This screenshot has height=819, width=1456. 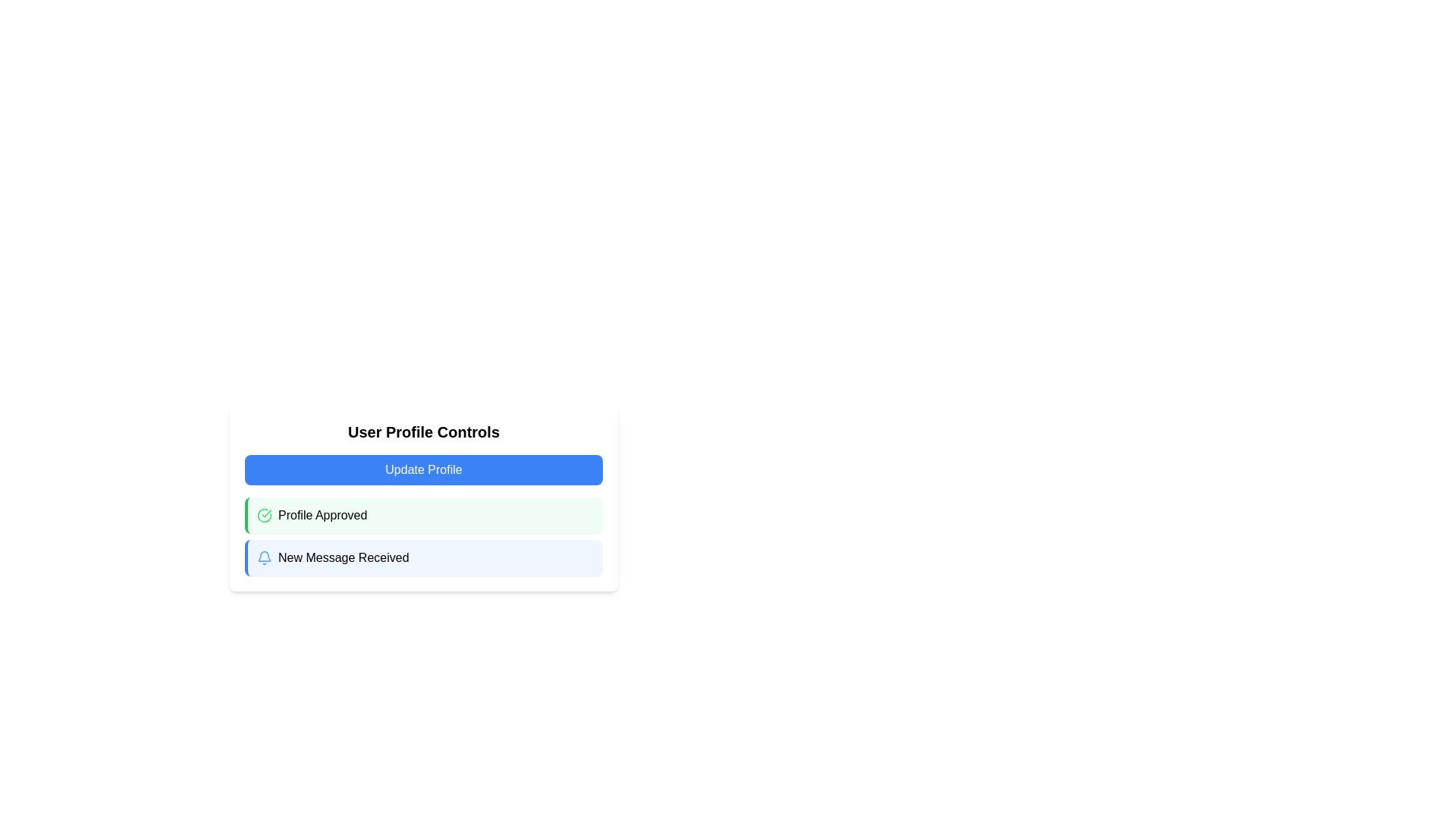 I want to click on the profile approved icon located within the notification card labeled 'Profile Approved' to visually indicate that the profile has been approved, so click(x=265, y=514).